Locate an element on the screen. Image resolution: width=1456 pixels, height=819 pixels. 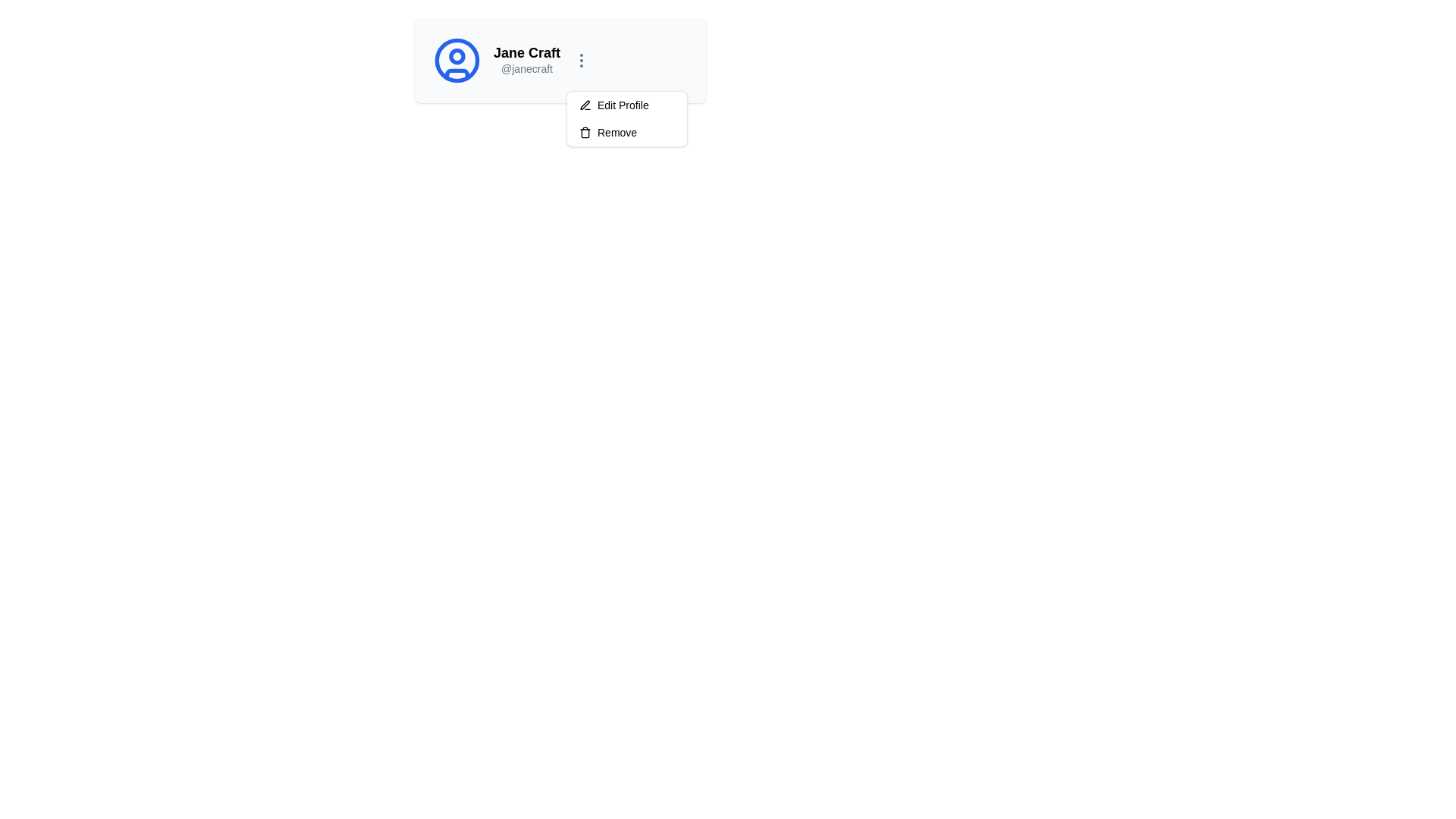
the SVG circle representing a user avatar placeholder located in the top-left corner of the user profile card is located at coordinates (457, 55).